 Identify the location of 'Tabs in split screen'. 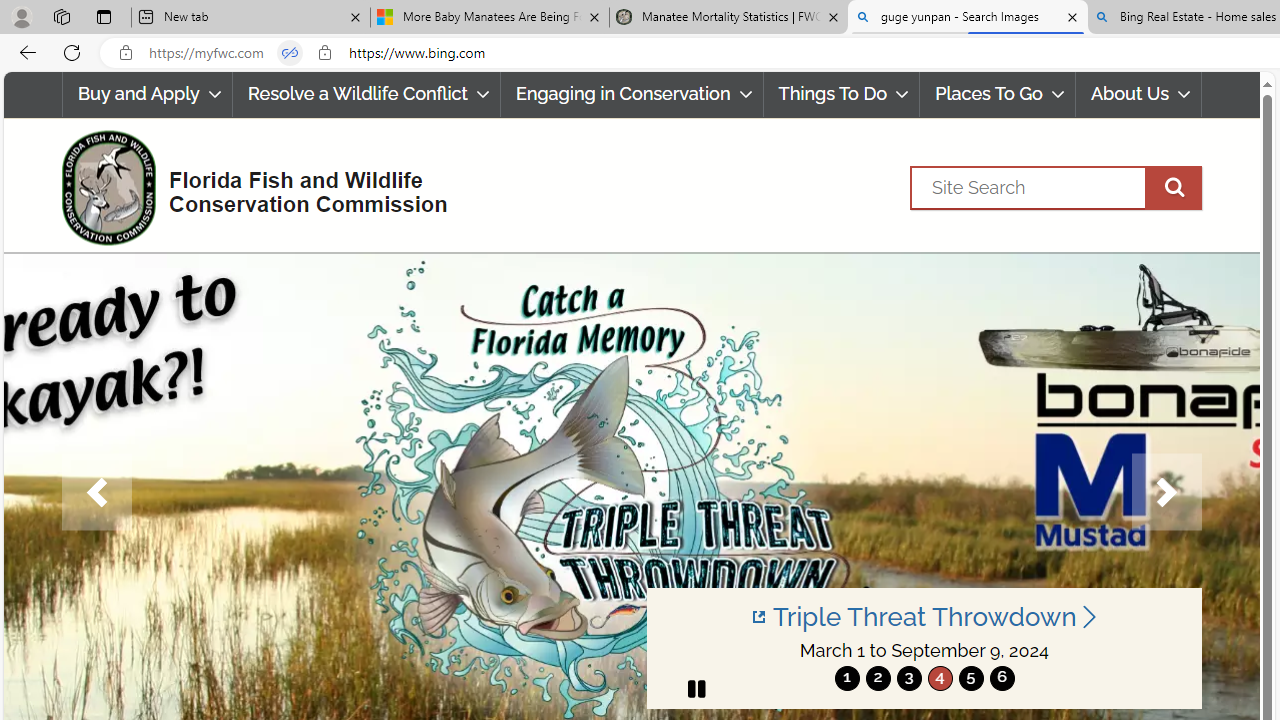
(288, 52).